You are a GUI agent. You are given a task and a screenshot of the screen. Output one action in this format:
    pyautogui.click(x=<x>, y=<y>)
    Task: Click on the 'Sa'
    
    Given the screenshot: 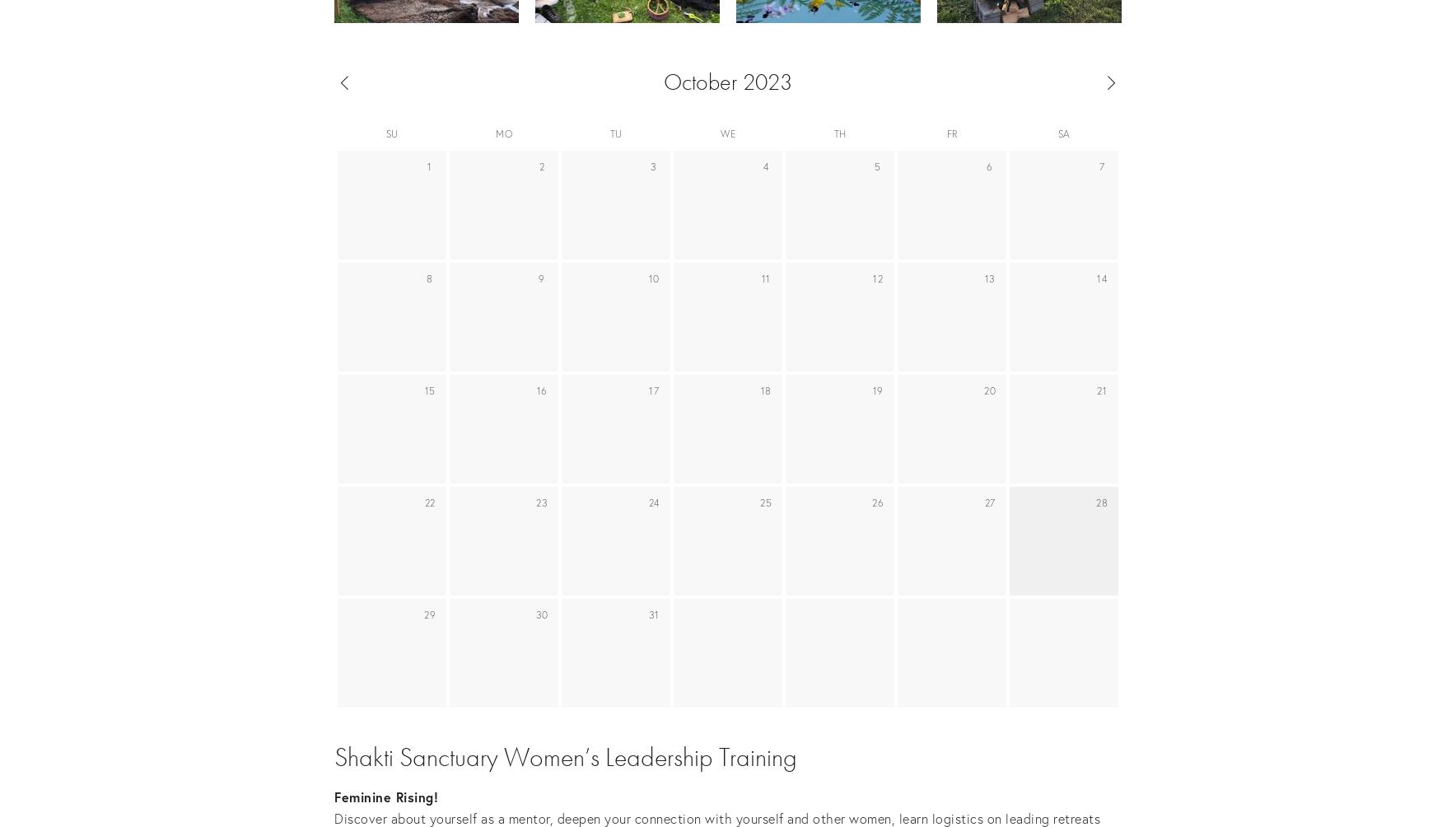 What is the action you would take?
    pyautogui.click(x=1063, y=133)
    